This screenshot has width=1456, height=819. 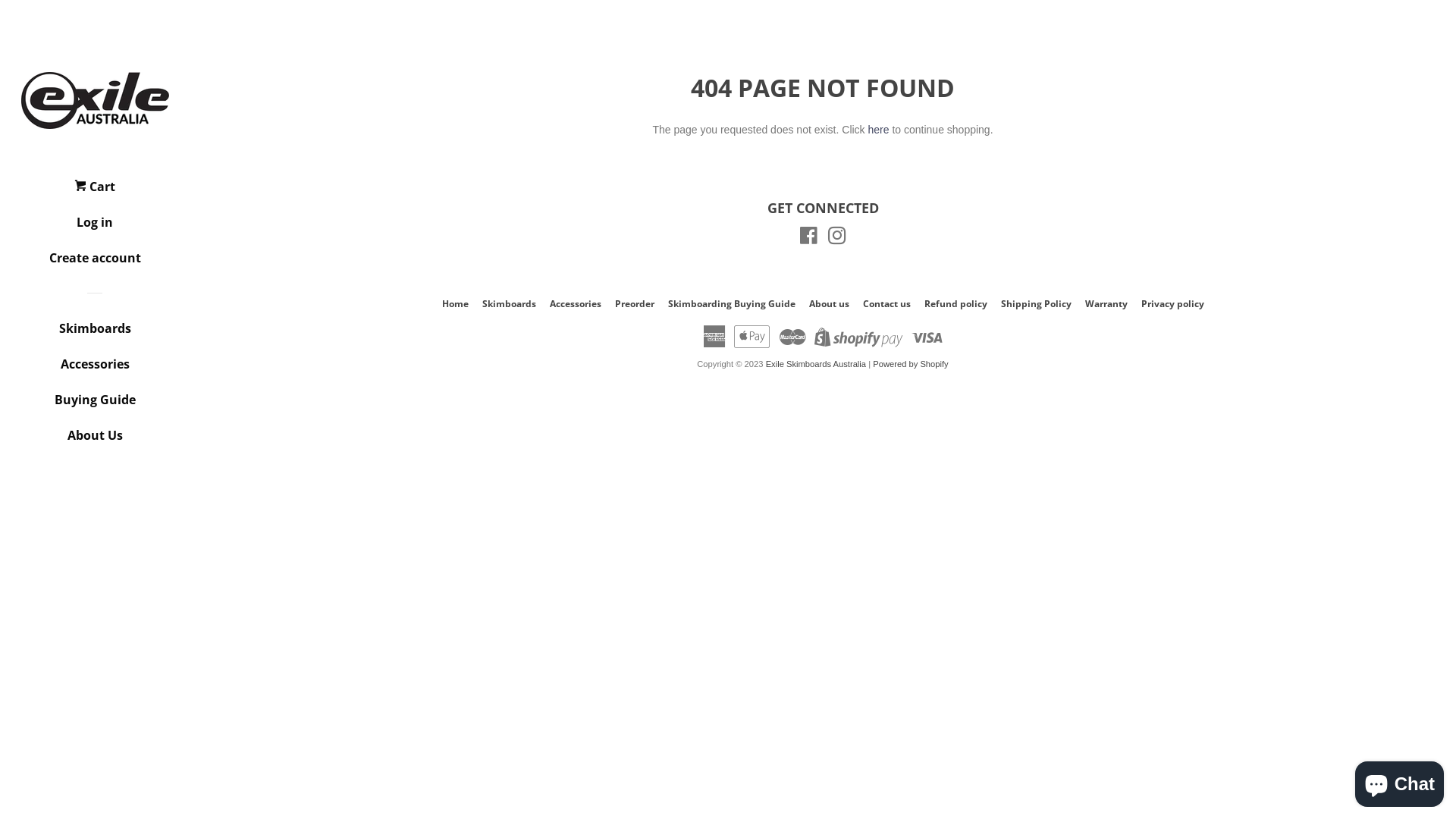 What do you see at coordinates (509, 303) in the screenshot?
I see `'Skimboards'` at bounding box center [509, 303].